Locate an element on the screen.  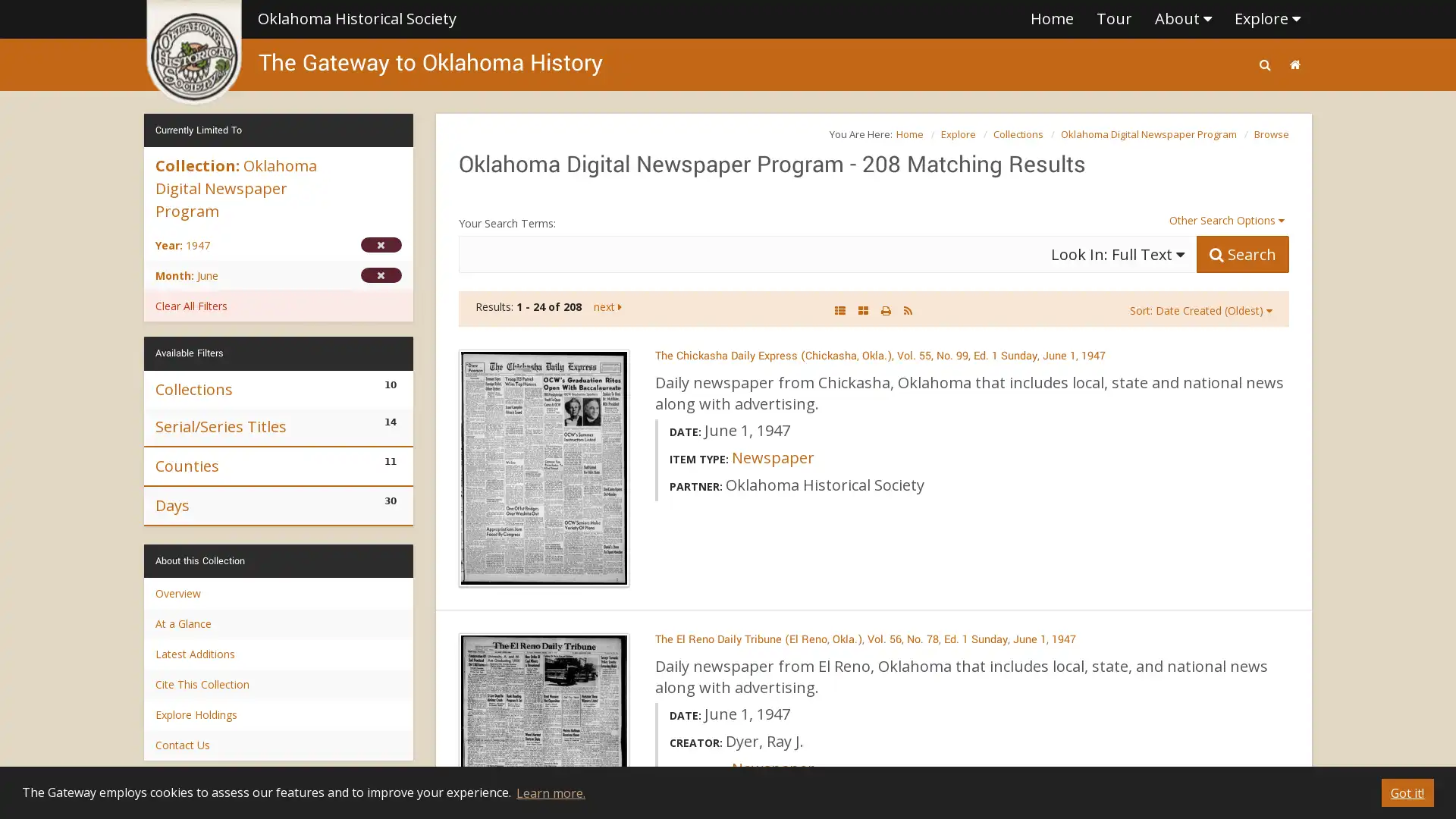
Print This Result Page is located at coordinates (886, 309).